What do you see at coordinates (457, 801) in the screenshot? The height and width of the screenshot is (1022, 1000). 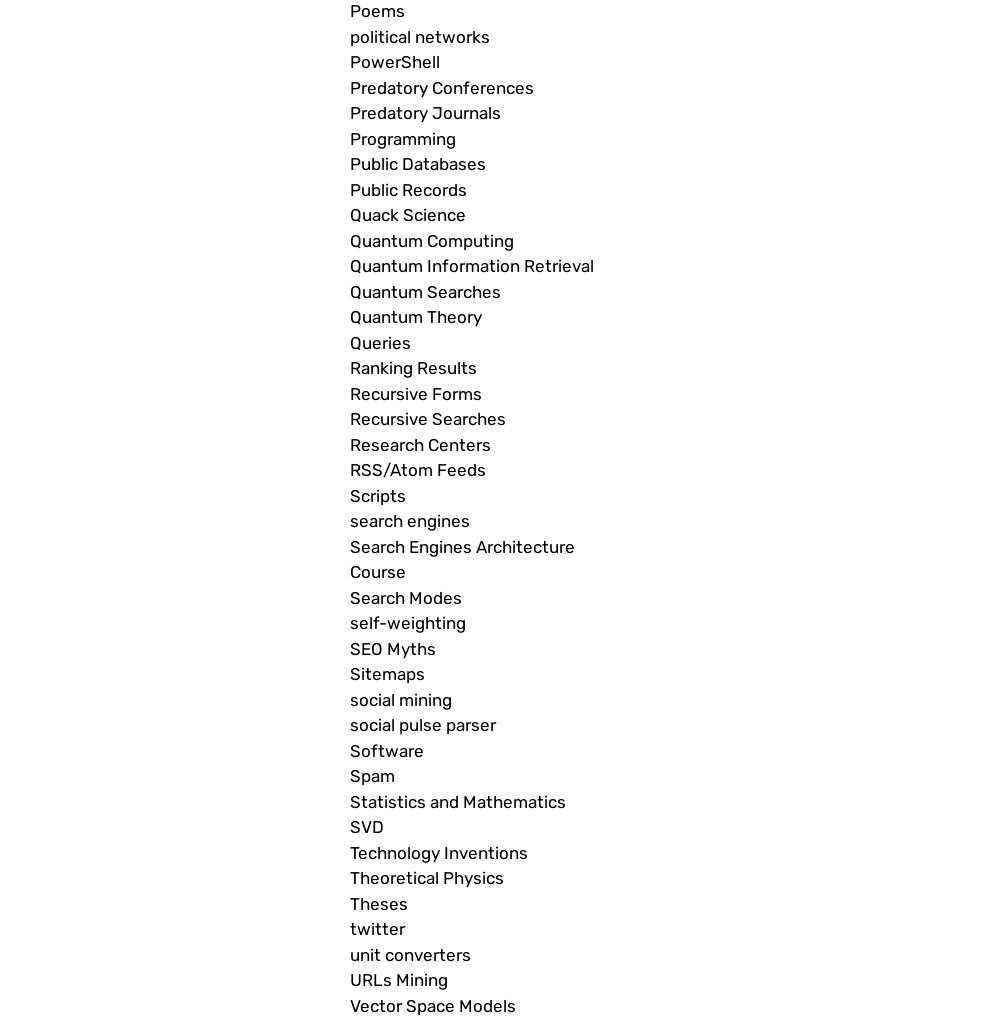 I see `'Statistics and Mathematics'` at bounding box center [457, 801].